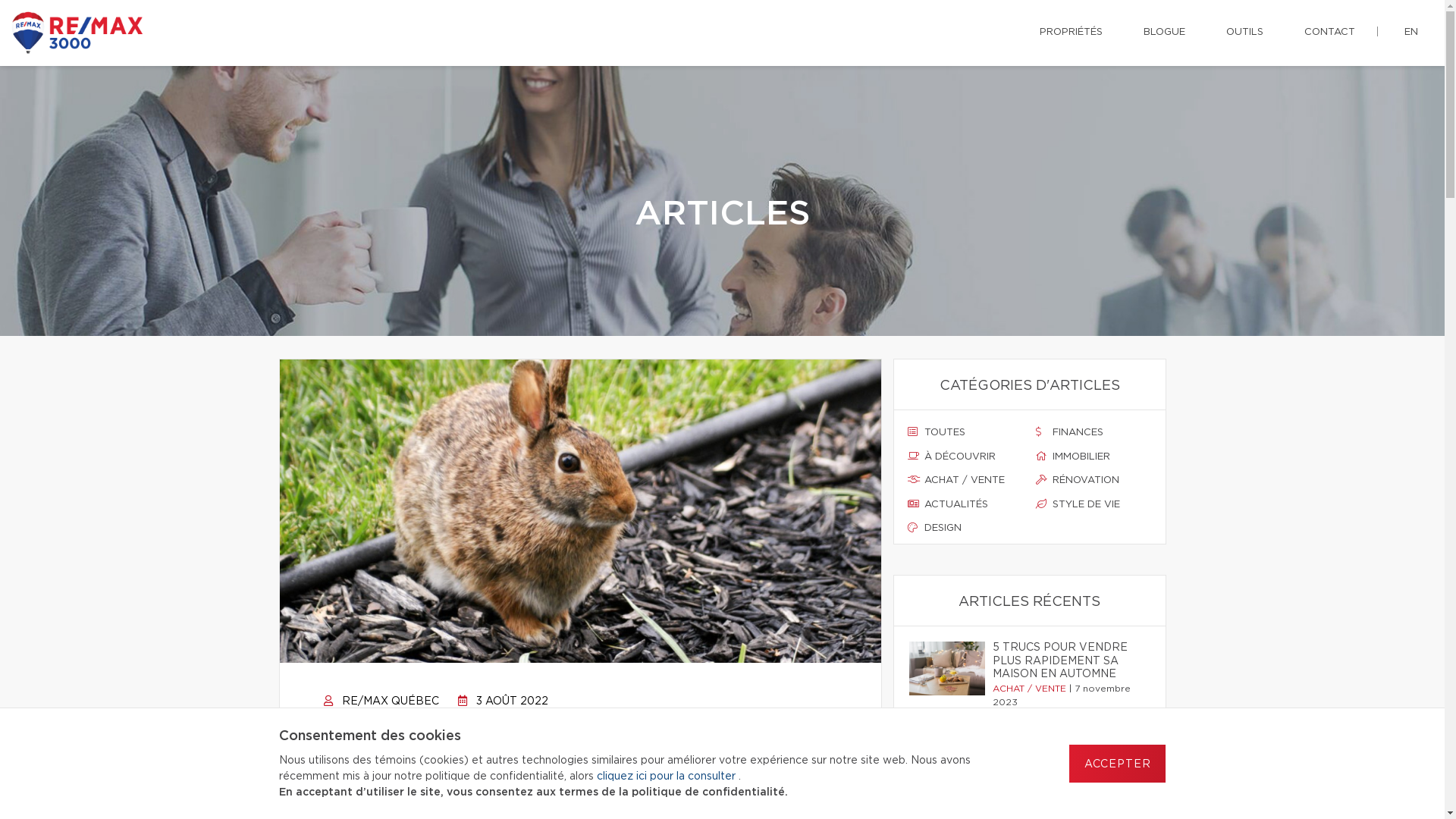 This screenshot has width=1456, height=819. I want to click on 'FINANCES', so click(1035, 432).